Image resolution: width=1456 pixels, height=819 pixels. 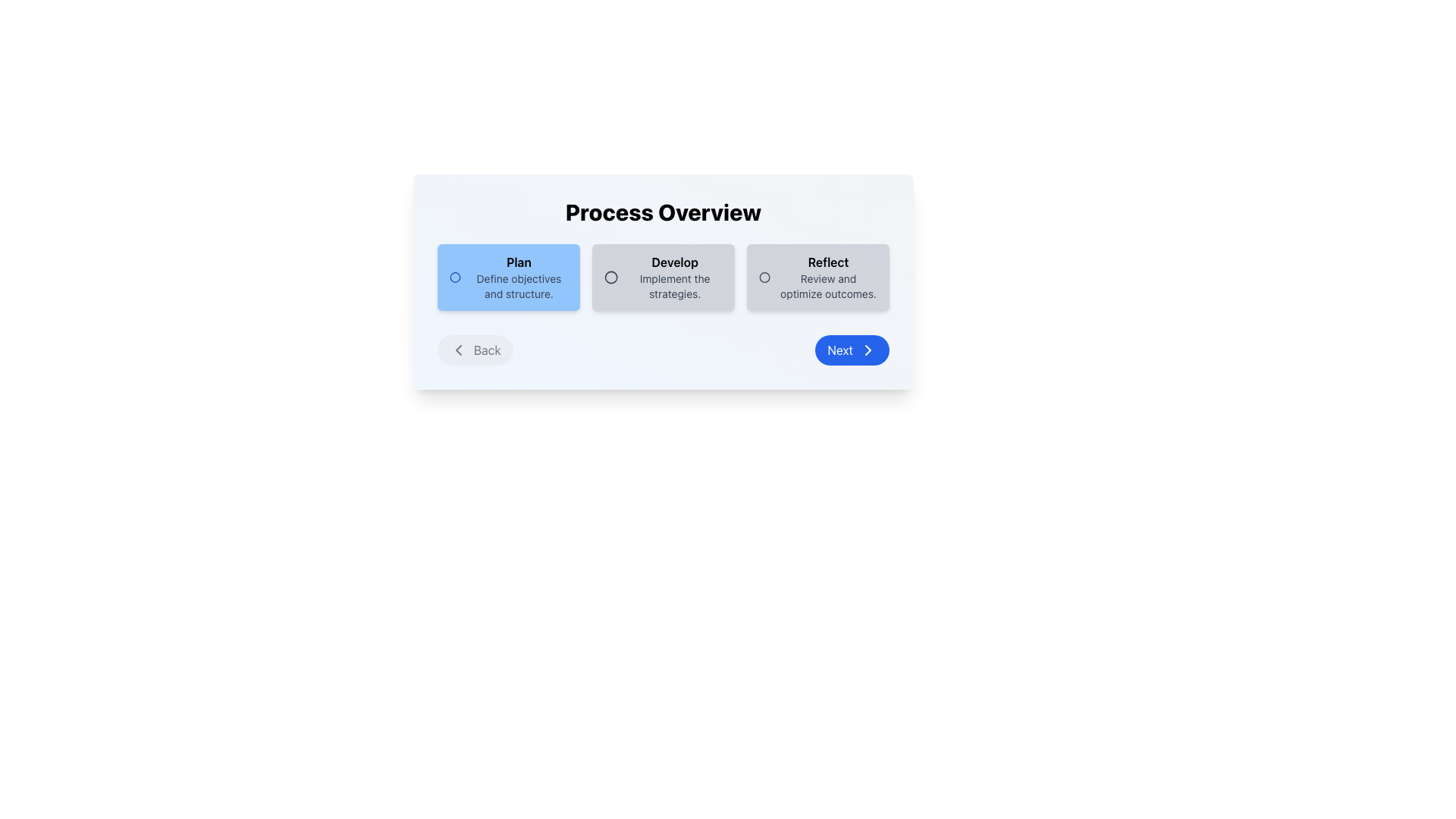 What do you see at coordinates (454, 278) in the screenshot?
I see `the blue circular decorative graphic element with a thin border located in the 'Plan' section of the 'Process Overview' card, adjacent to the text 'Define objectives and structure.'` at bounding box center [454, 278].